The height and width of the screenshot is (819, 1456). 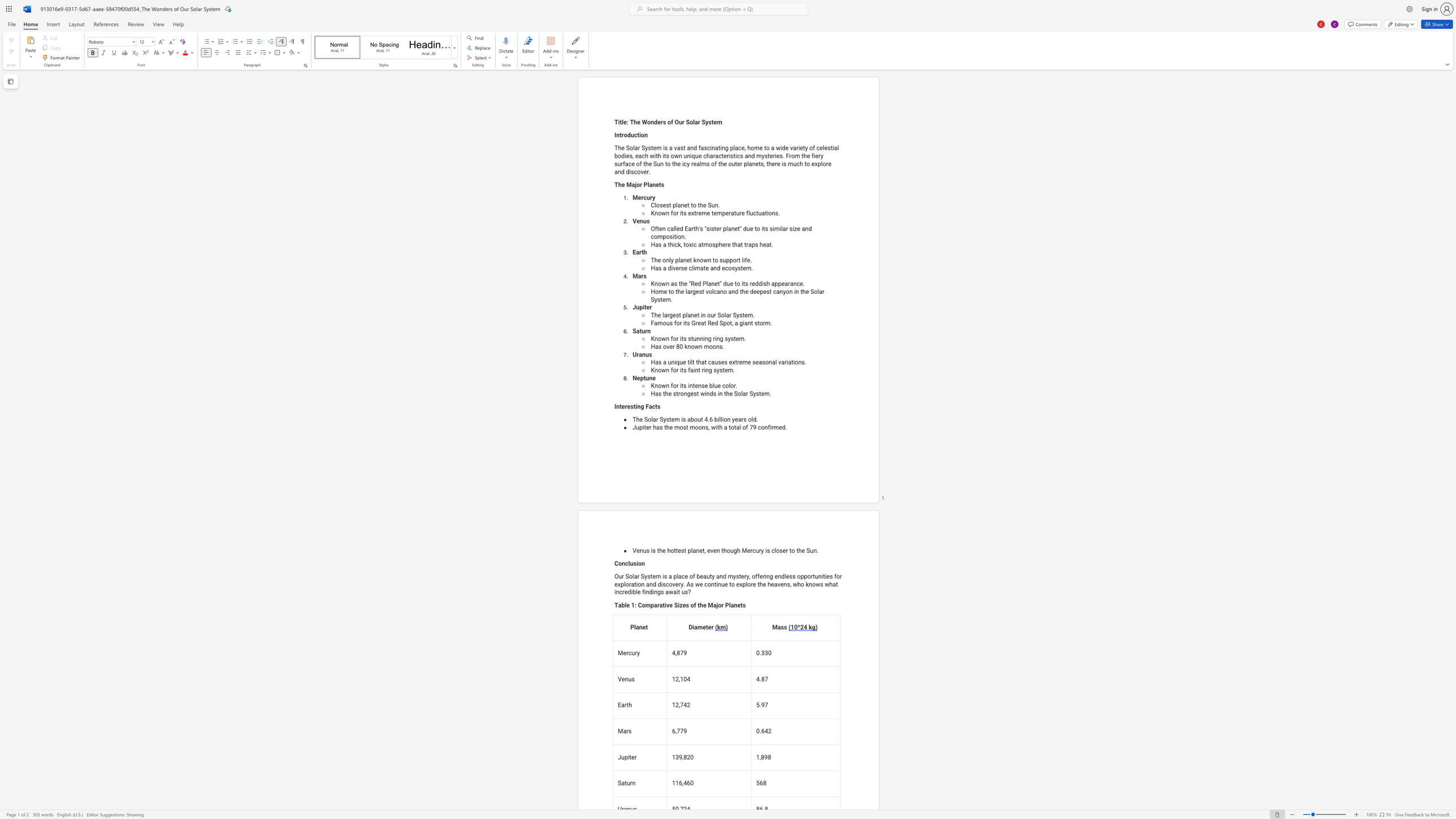 I want to click on the subset text "e hottest plane" within the text "Venus is the hottest planet, even though Mercury is closer to the Sun.", so click(x=662, y=551).